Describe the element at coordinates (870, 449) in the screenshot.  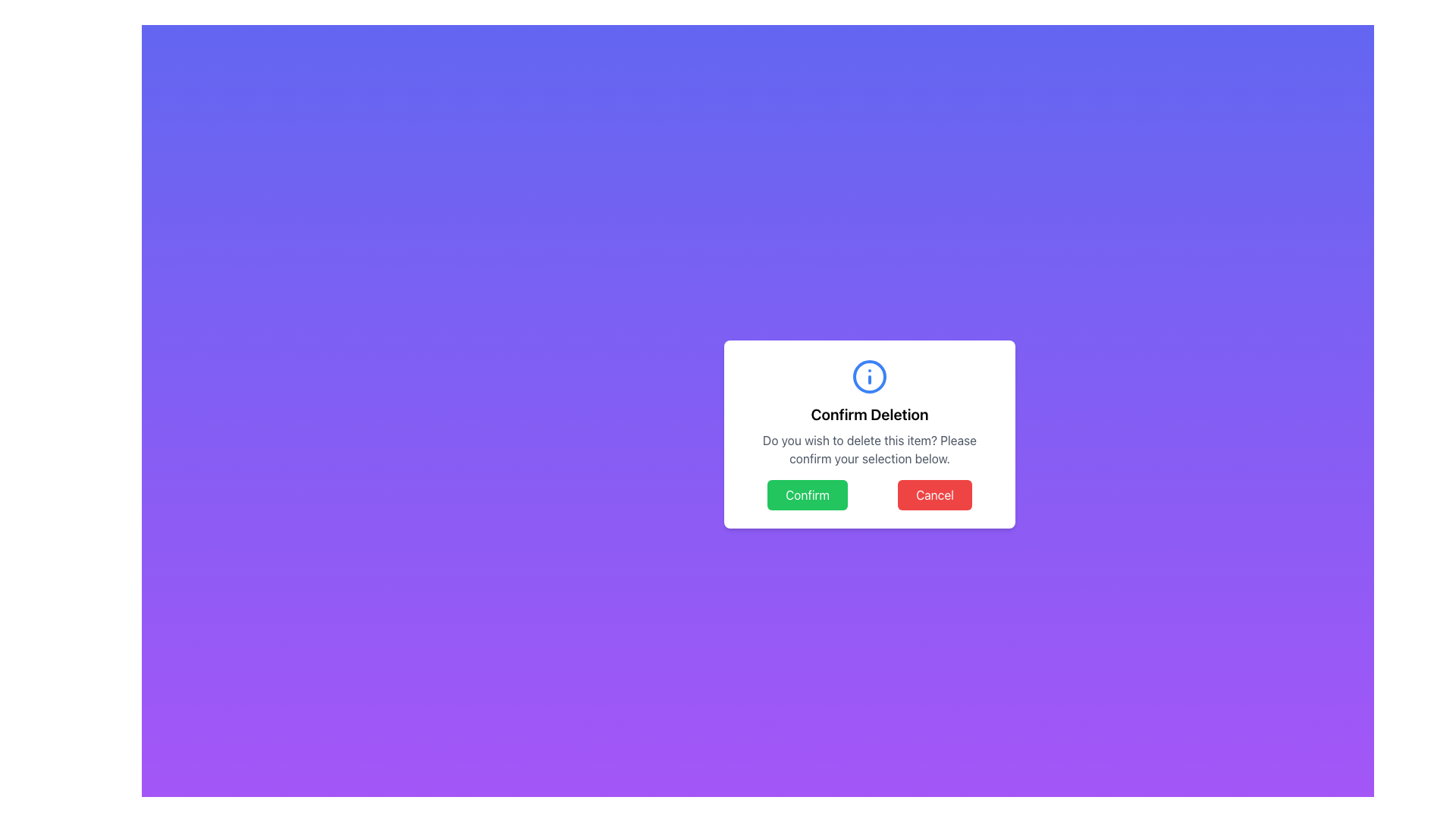
I see `informational text that asks for confirmation on deletion, which is styled in gray and is located in the dialog box beneath the title 'Confirm Deletion'` at that location.